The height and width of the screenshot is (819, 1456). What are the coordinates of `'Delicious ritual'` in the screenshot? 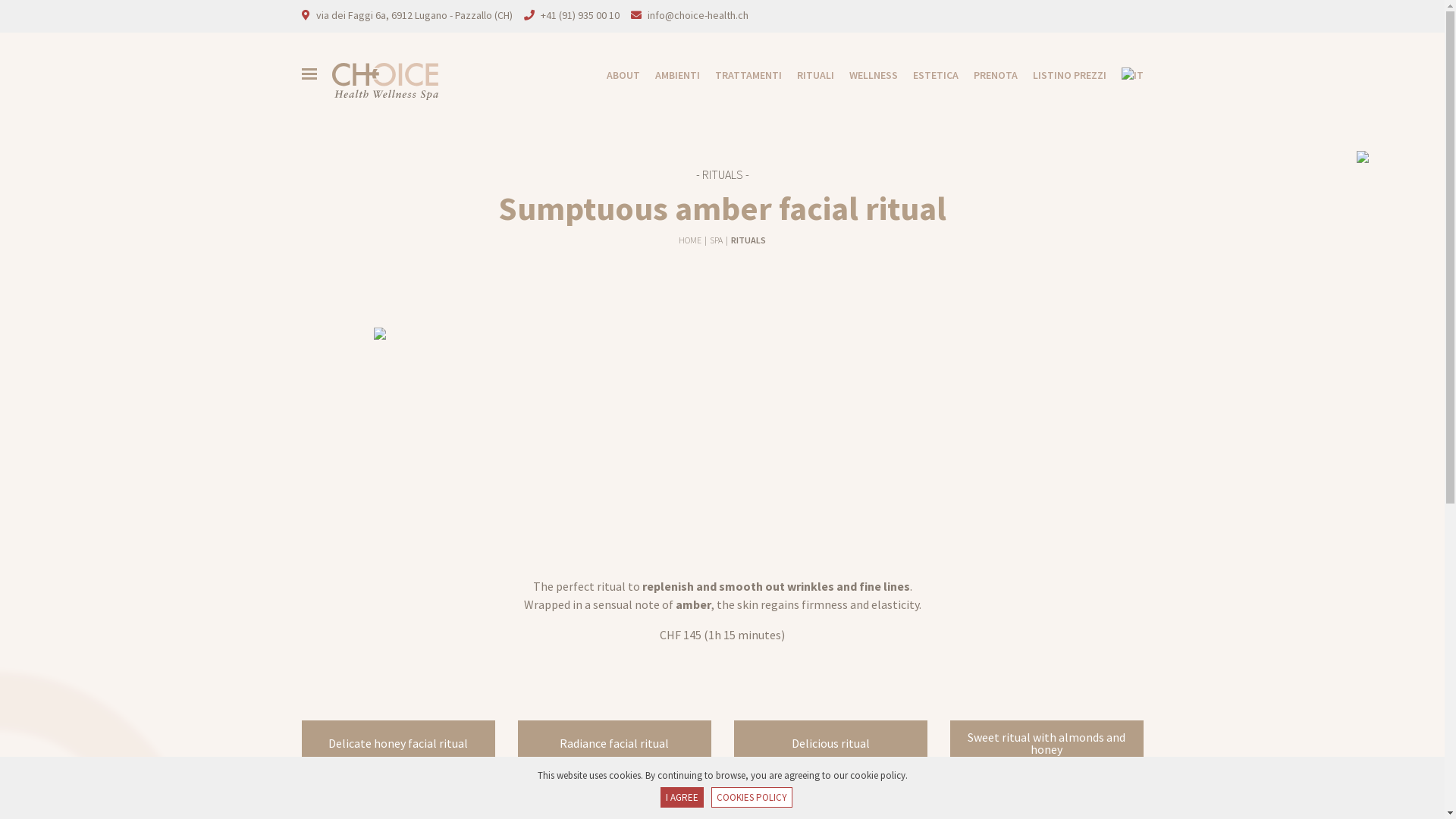 It's located at (734, 742).